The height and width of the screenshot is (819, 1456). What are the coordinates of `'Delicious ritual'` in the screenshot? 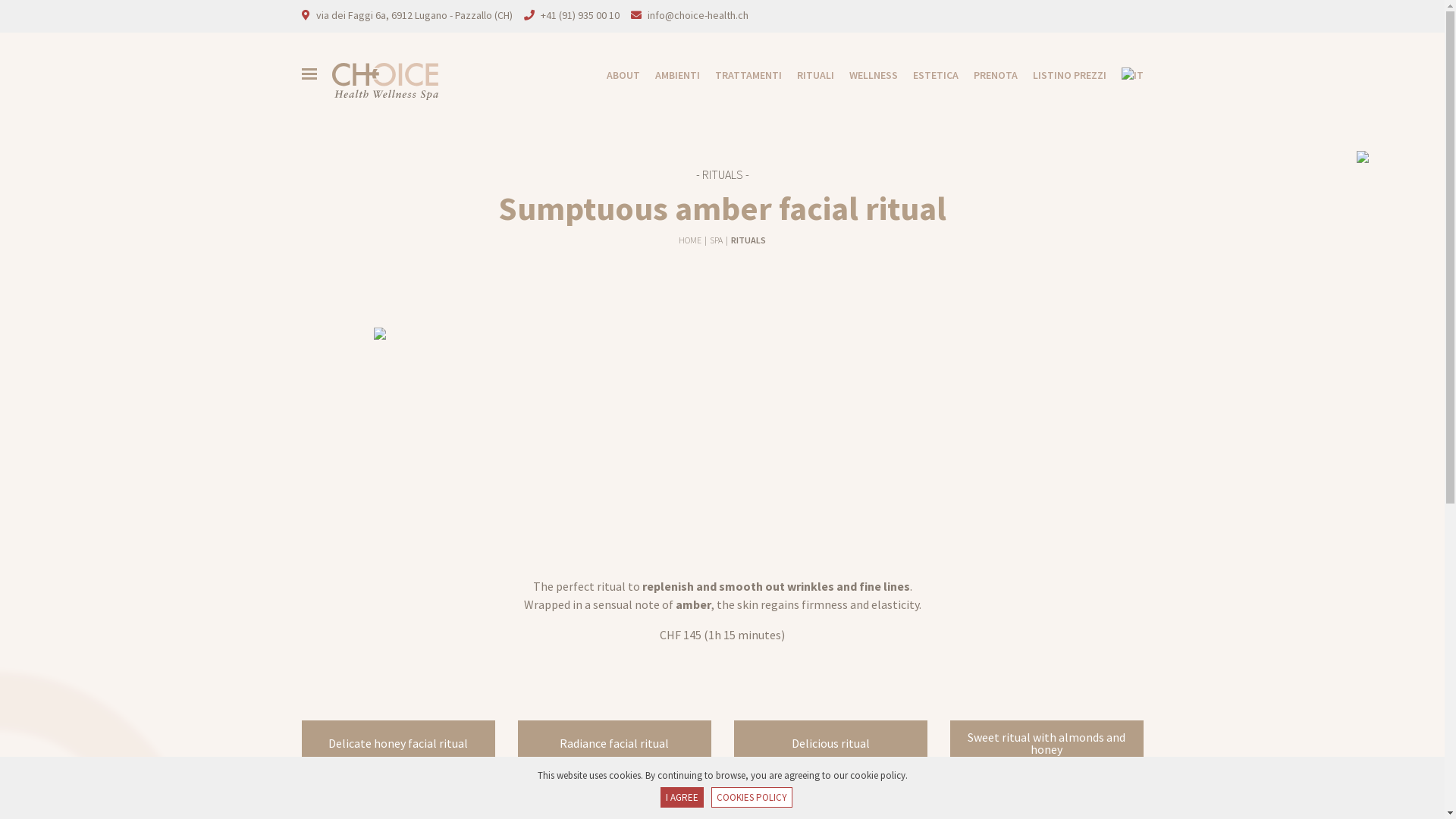 It's located at (734, 742).